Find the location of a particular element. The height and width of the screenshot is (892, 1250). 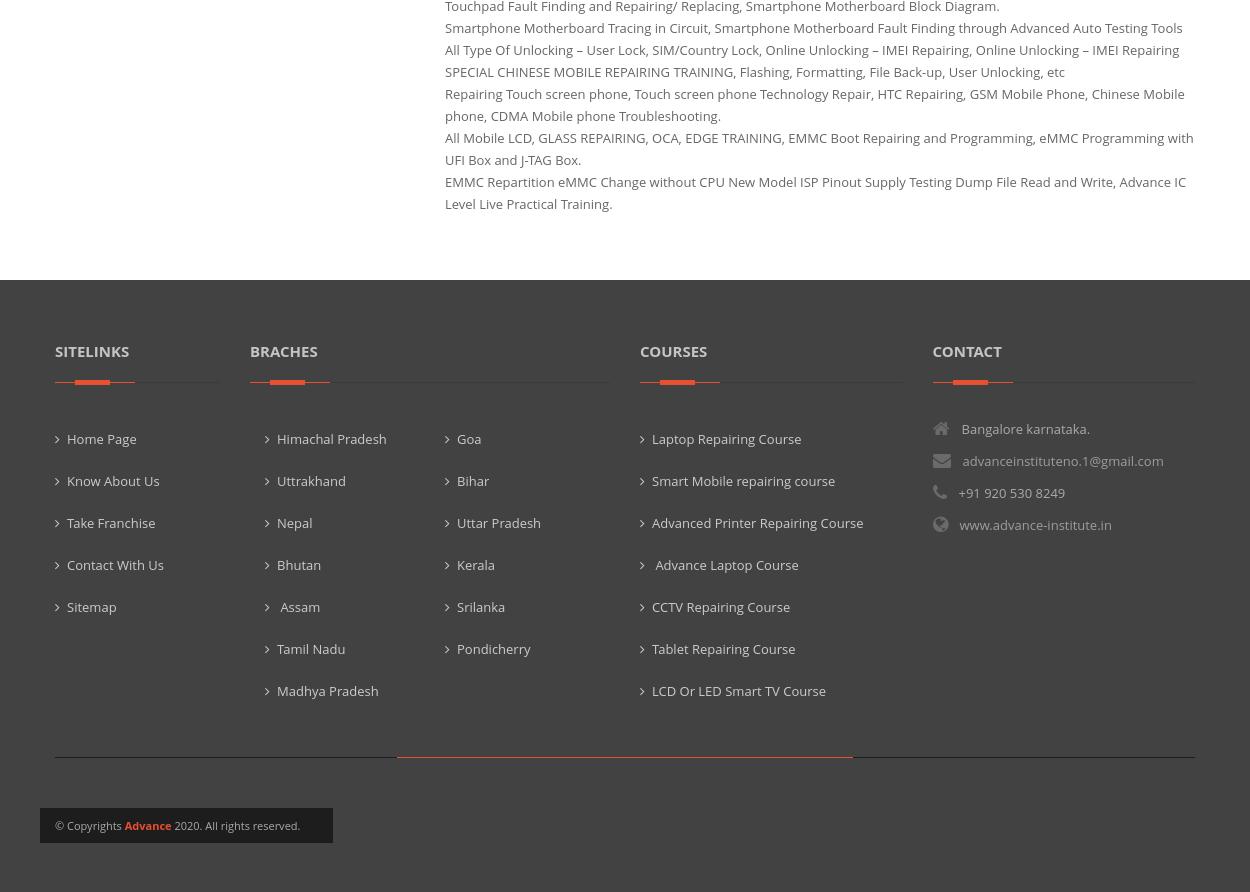

'Kerala' is located at coordinates (475, 563).